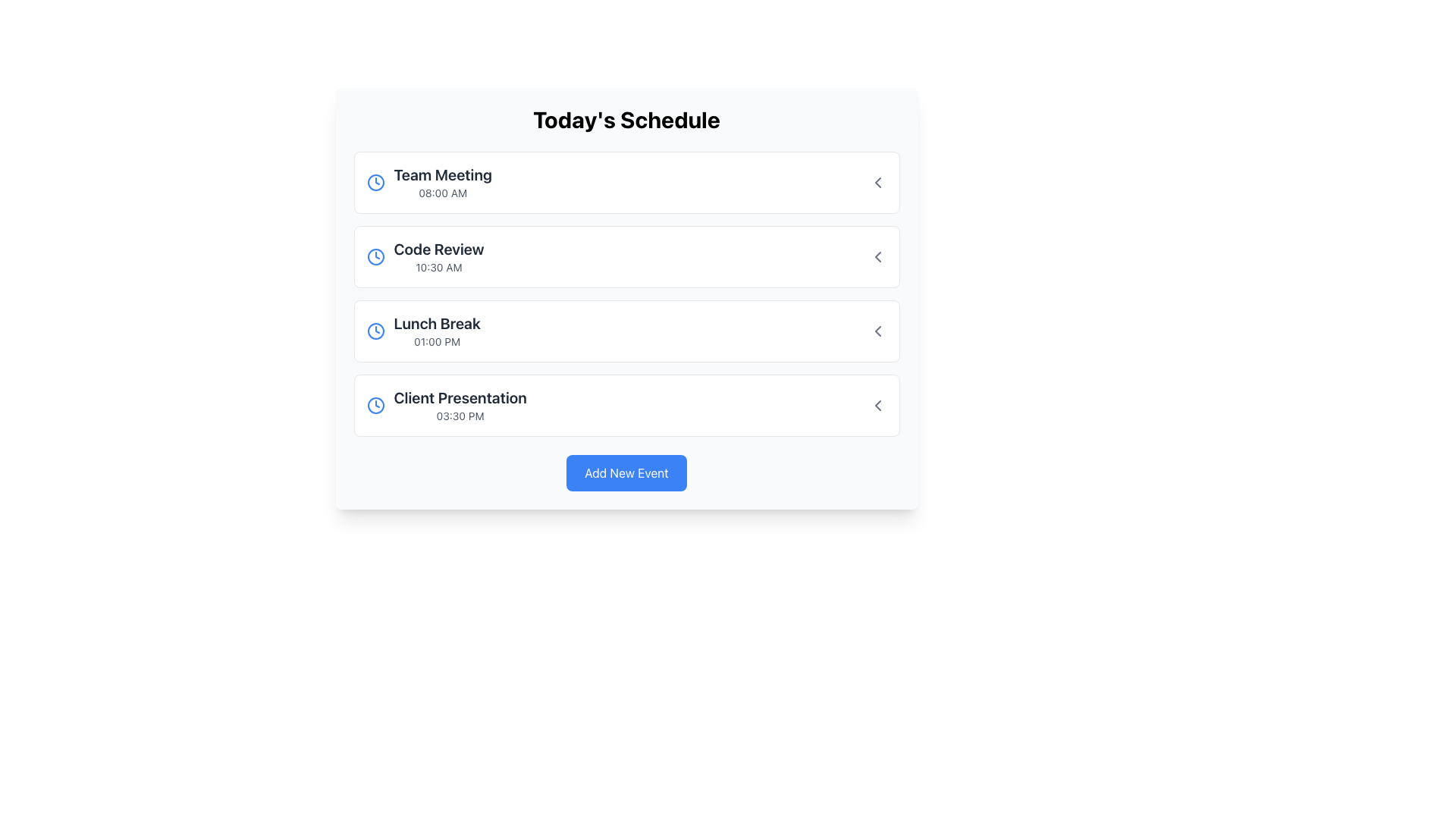  I want to click on the second event summary entry in the list, so click(626, 256).